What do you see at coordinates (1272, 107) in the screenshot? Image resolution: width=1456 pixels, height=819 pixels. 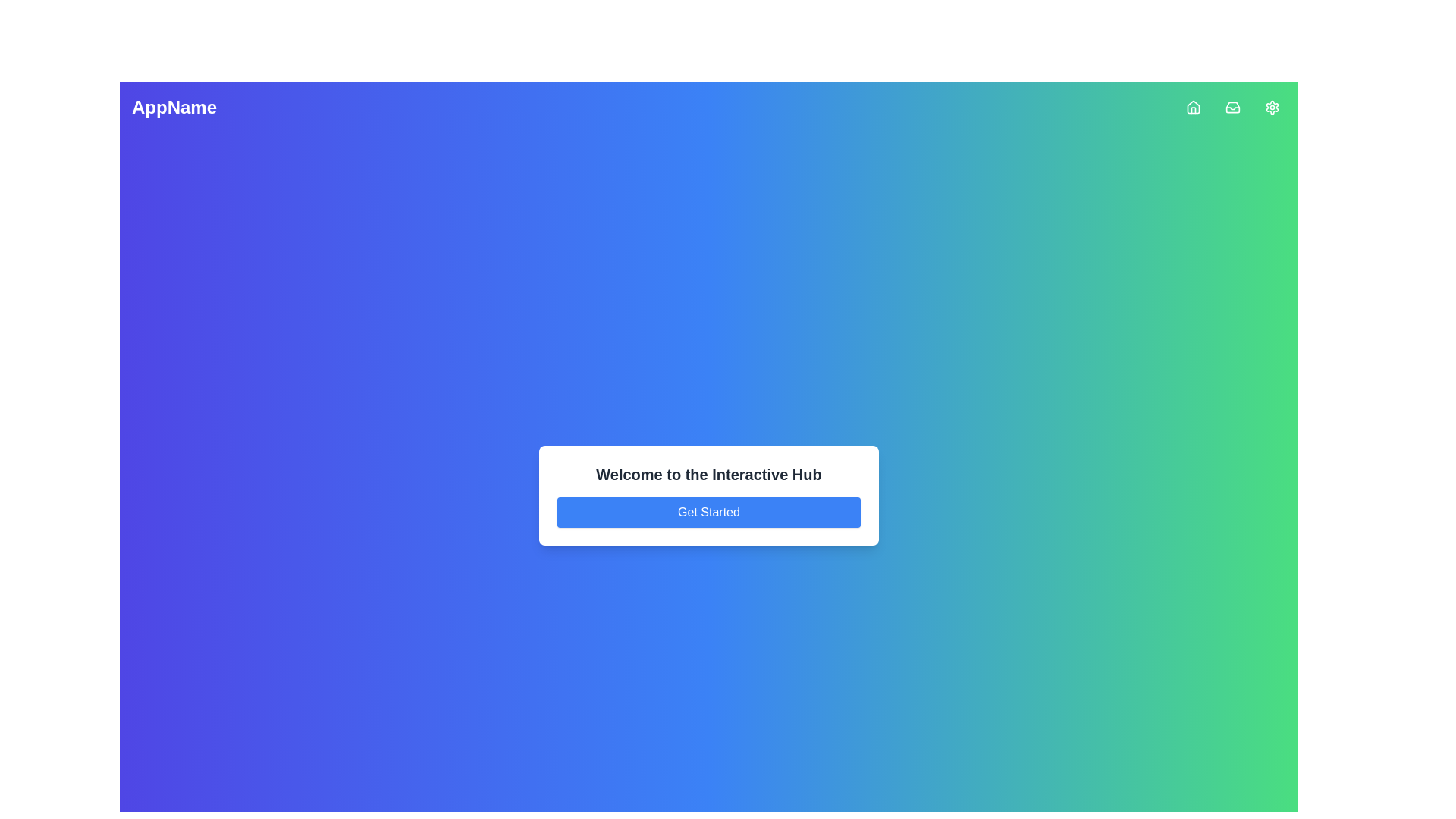 I see `the gear icon button located` at bounding box center [1272, 107].